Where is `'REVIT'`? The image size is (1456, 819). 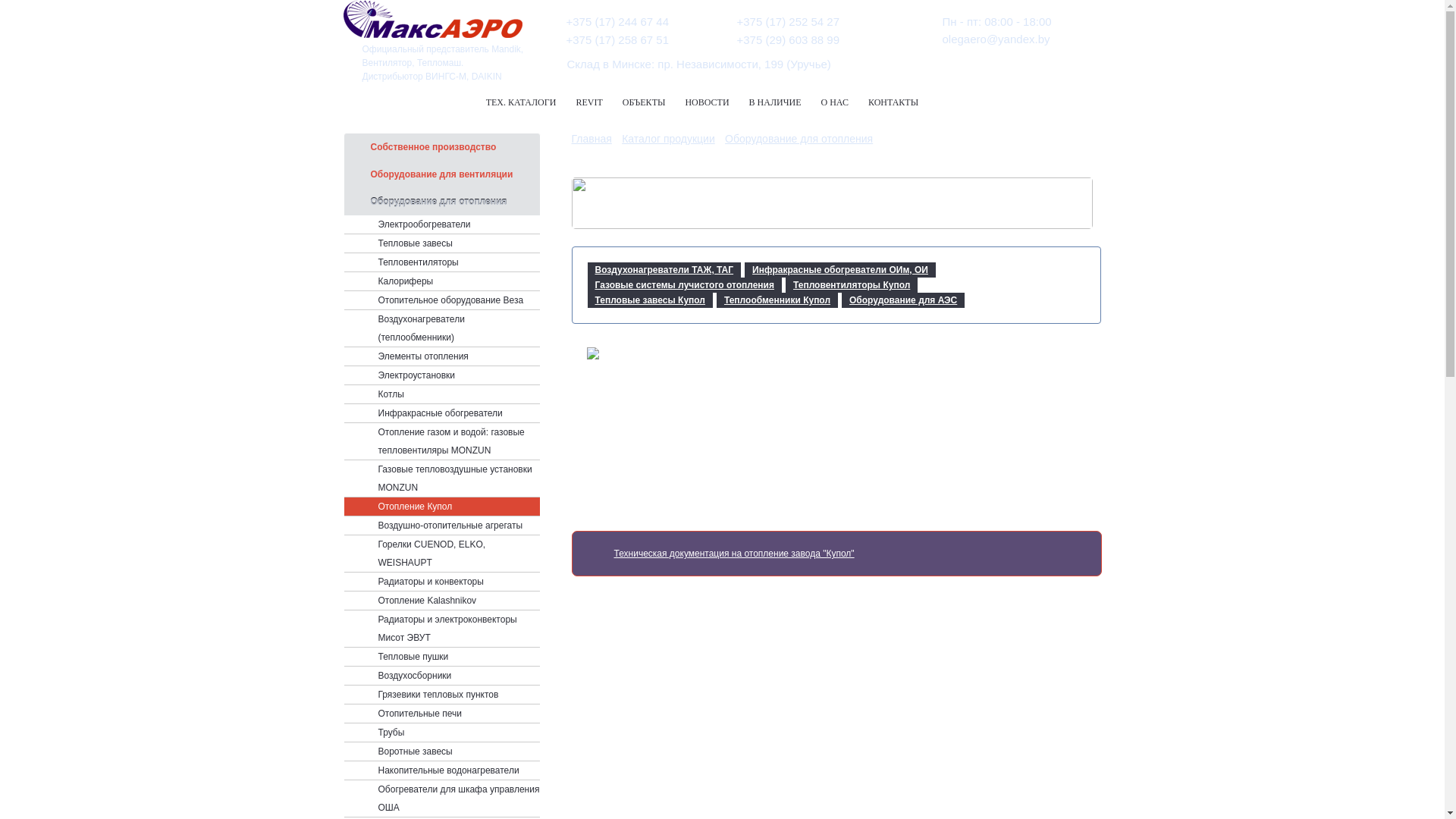
'REVIT' is located at coordinates (588, 102).